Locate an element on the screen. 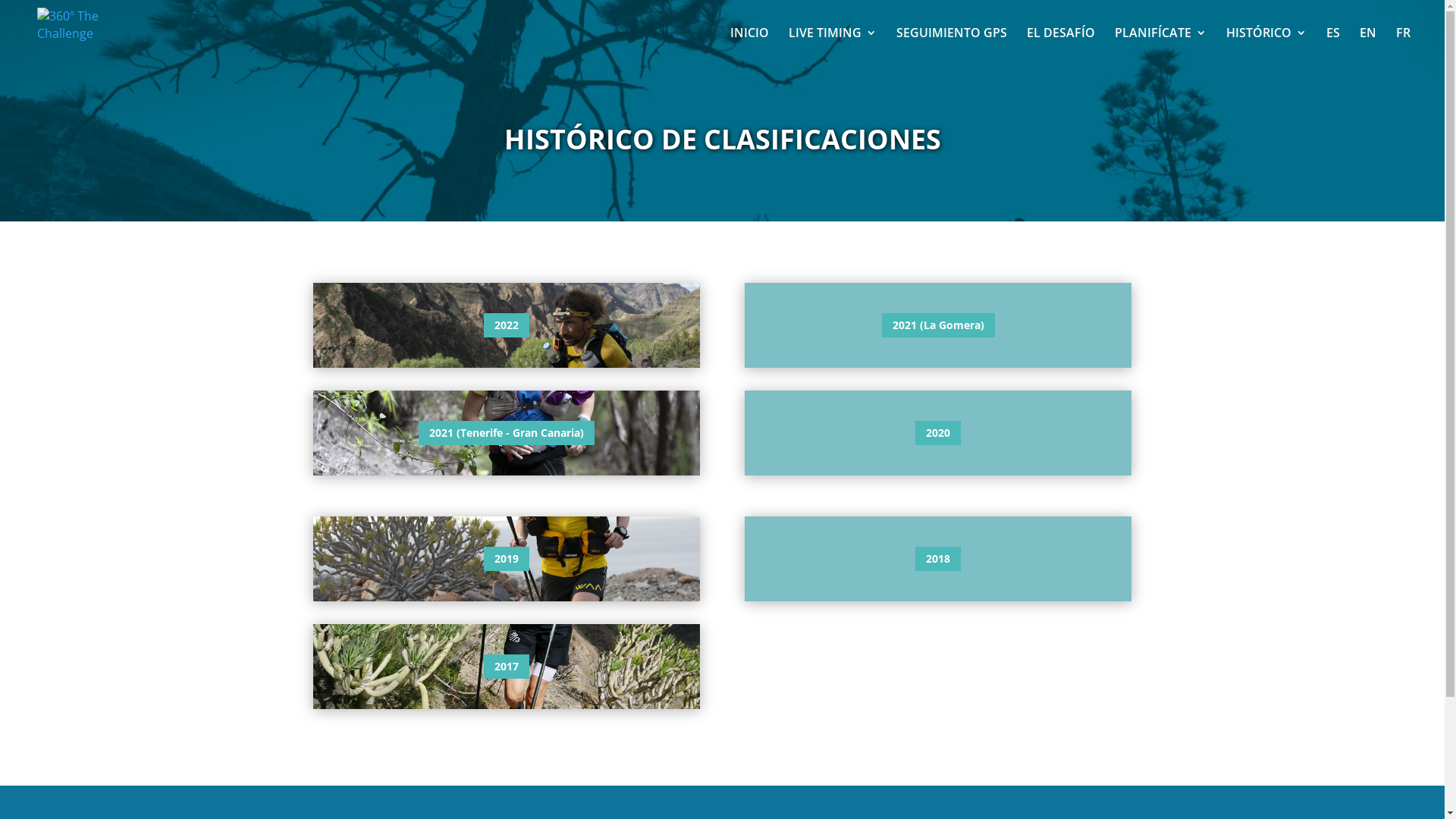  '2020' is located at coordinates (937, 432).